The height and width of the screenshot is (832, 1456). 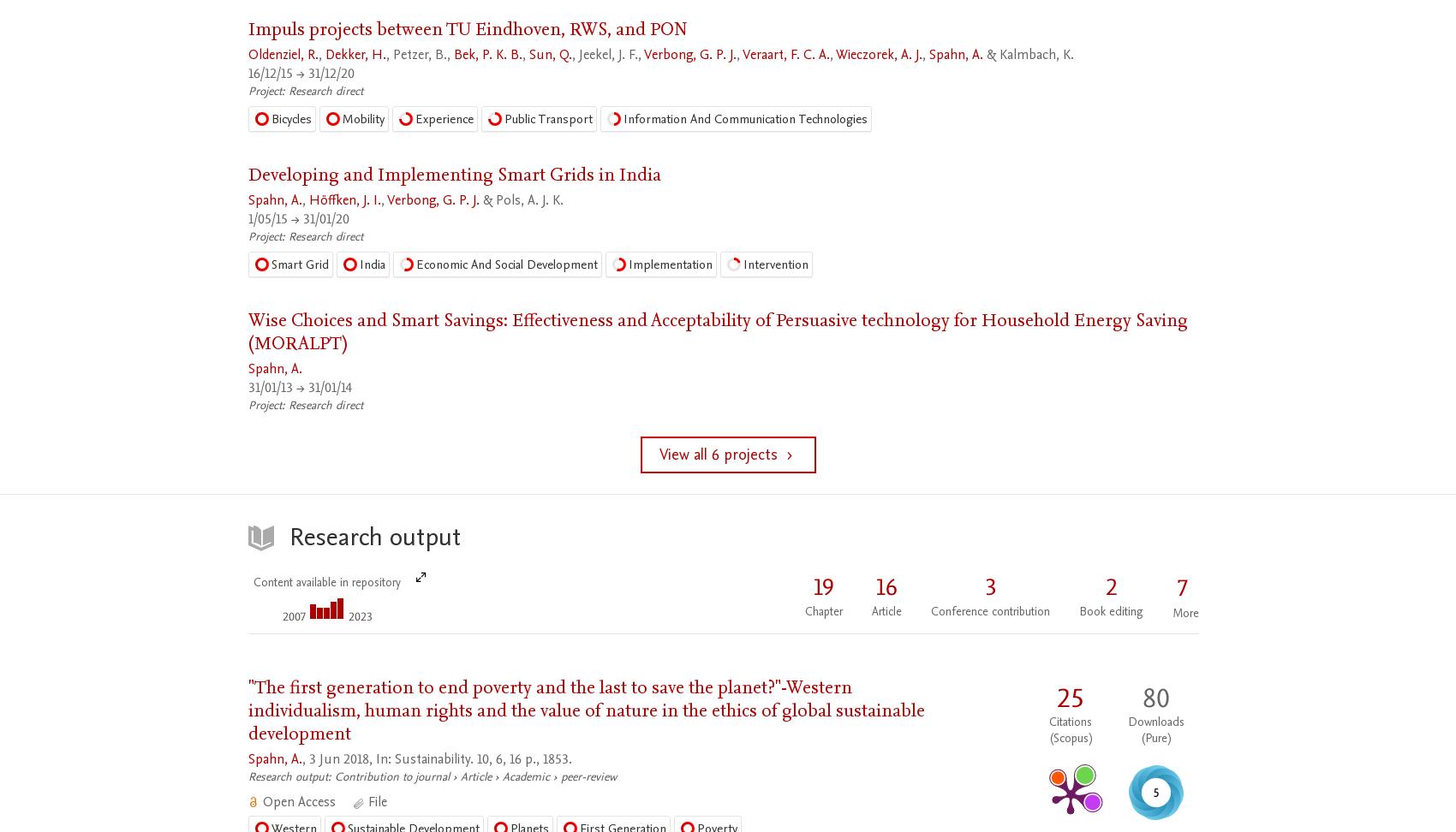 I want to click on 'Developing and Implementing Smart Grids in India', so click(x=455, y=174).